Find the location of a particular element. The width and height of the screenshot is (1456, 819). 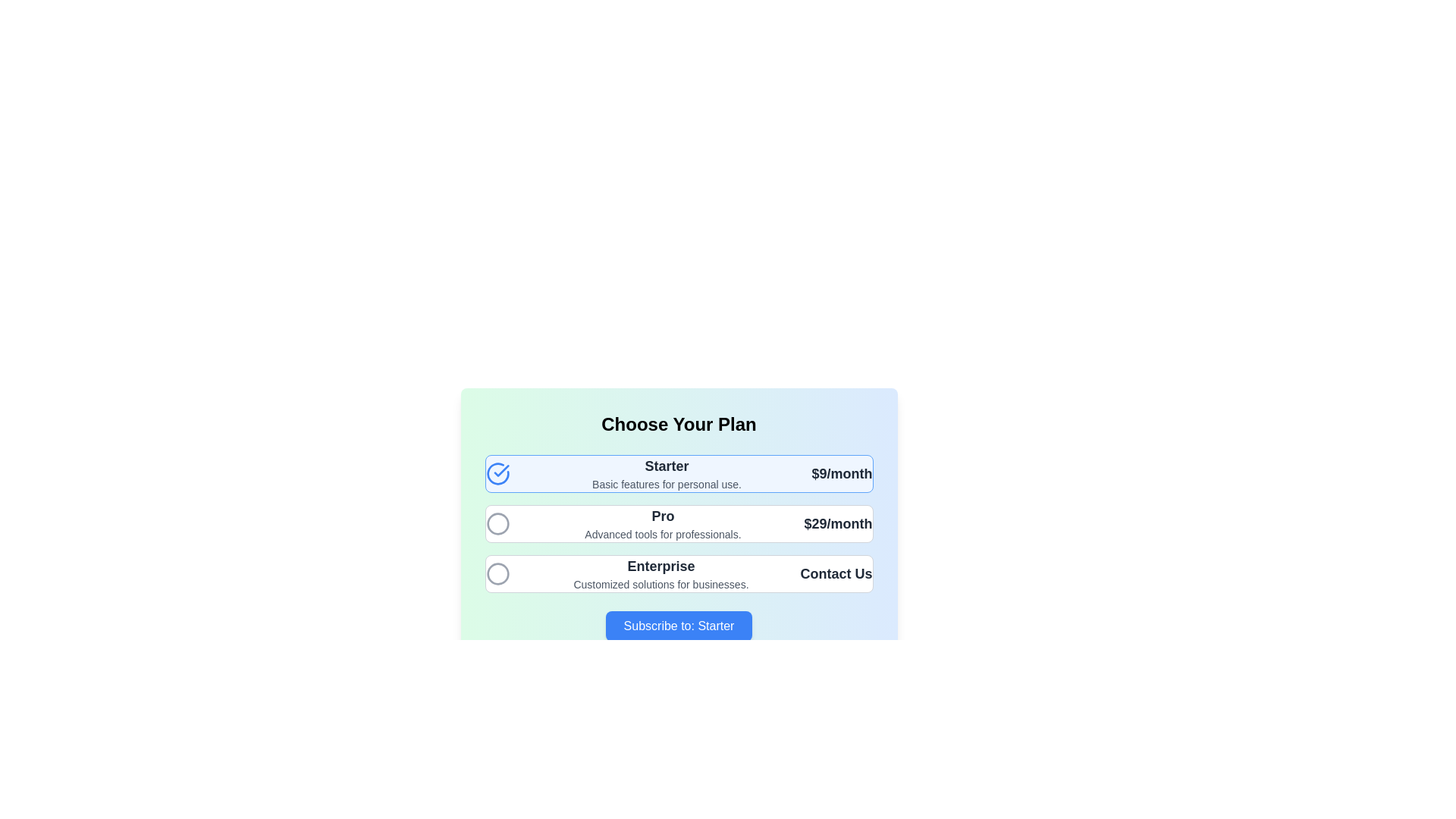

the static text describing features of the 'Enterprise' plan, located below the 'Enterprise' option's title in the 'Choose Your Plan' section is located at coordinates (661, 584).